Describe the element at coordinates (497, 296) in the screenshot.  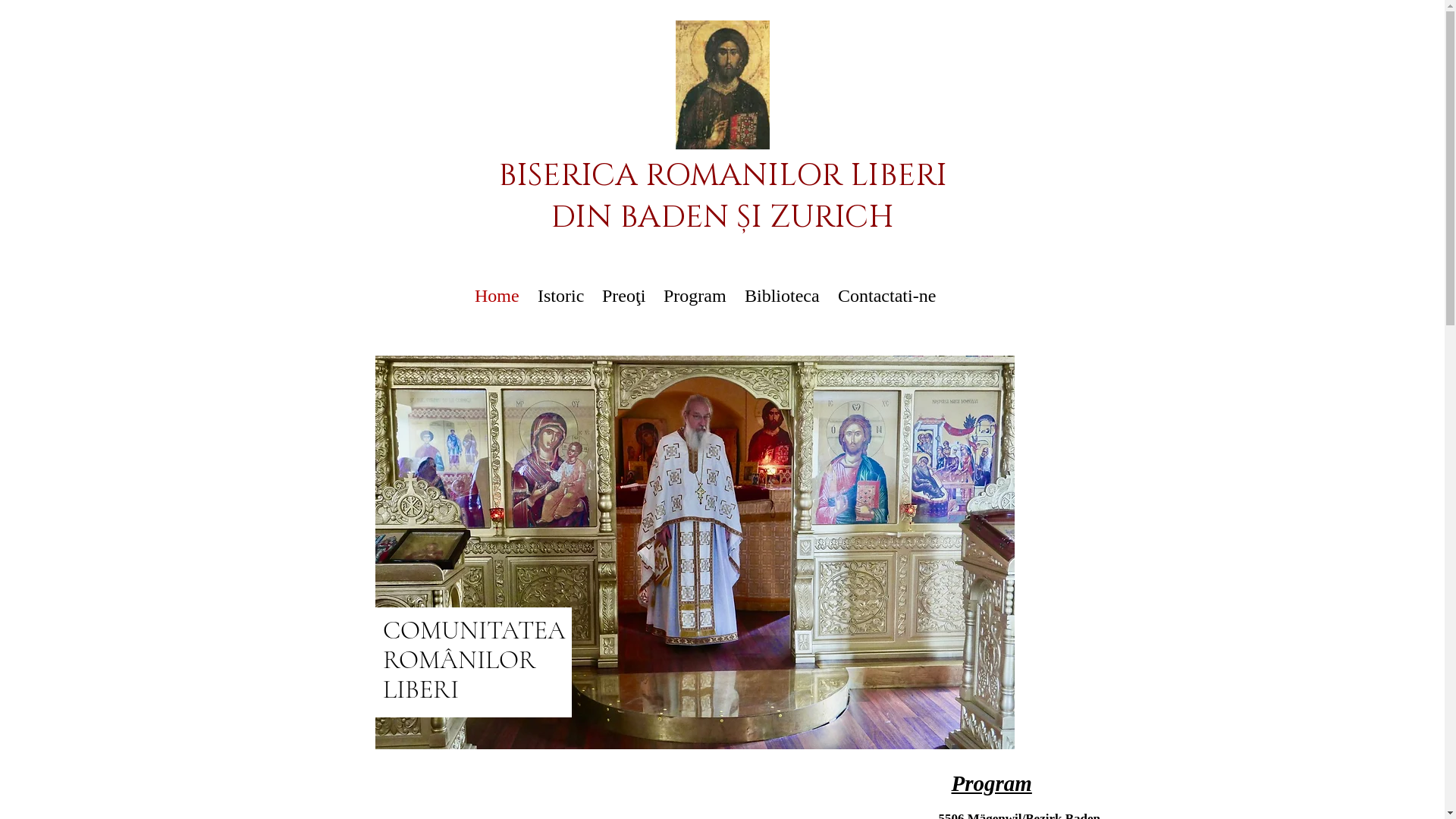
I see `'Home'` at that location.